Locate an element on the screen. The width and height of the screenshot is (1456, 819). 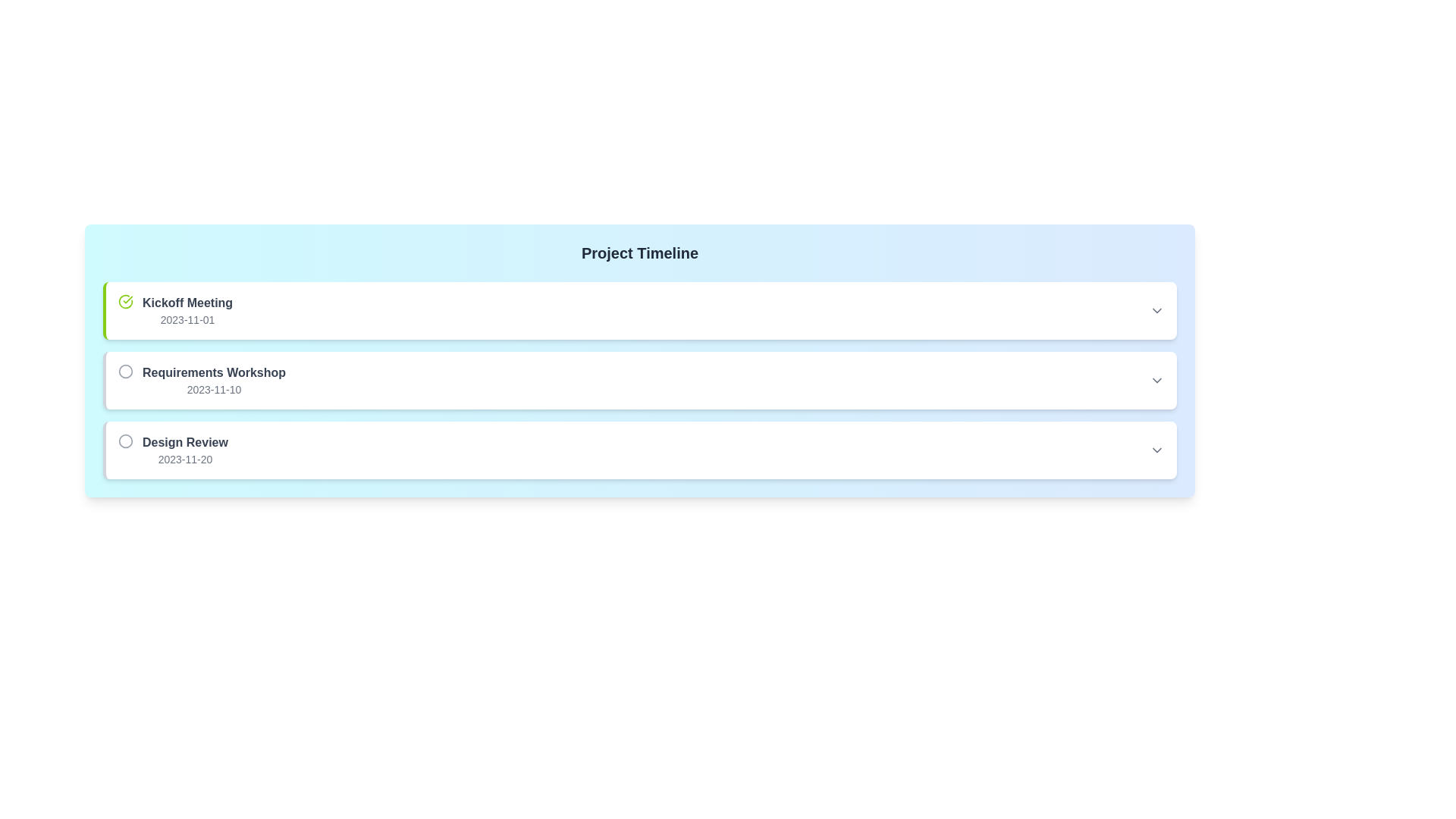
the downward-pointing arrow icon button located at the right side of the 'Requirements Workshop 2023-11-10' section is located at coordinates (1156, 379).